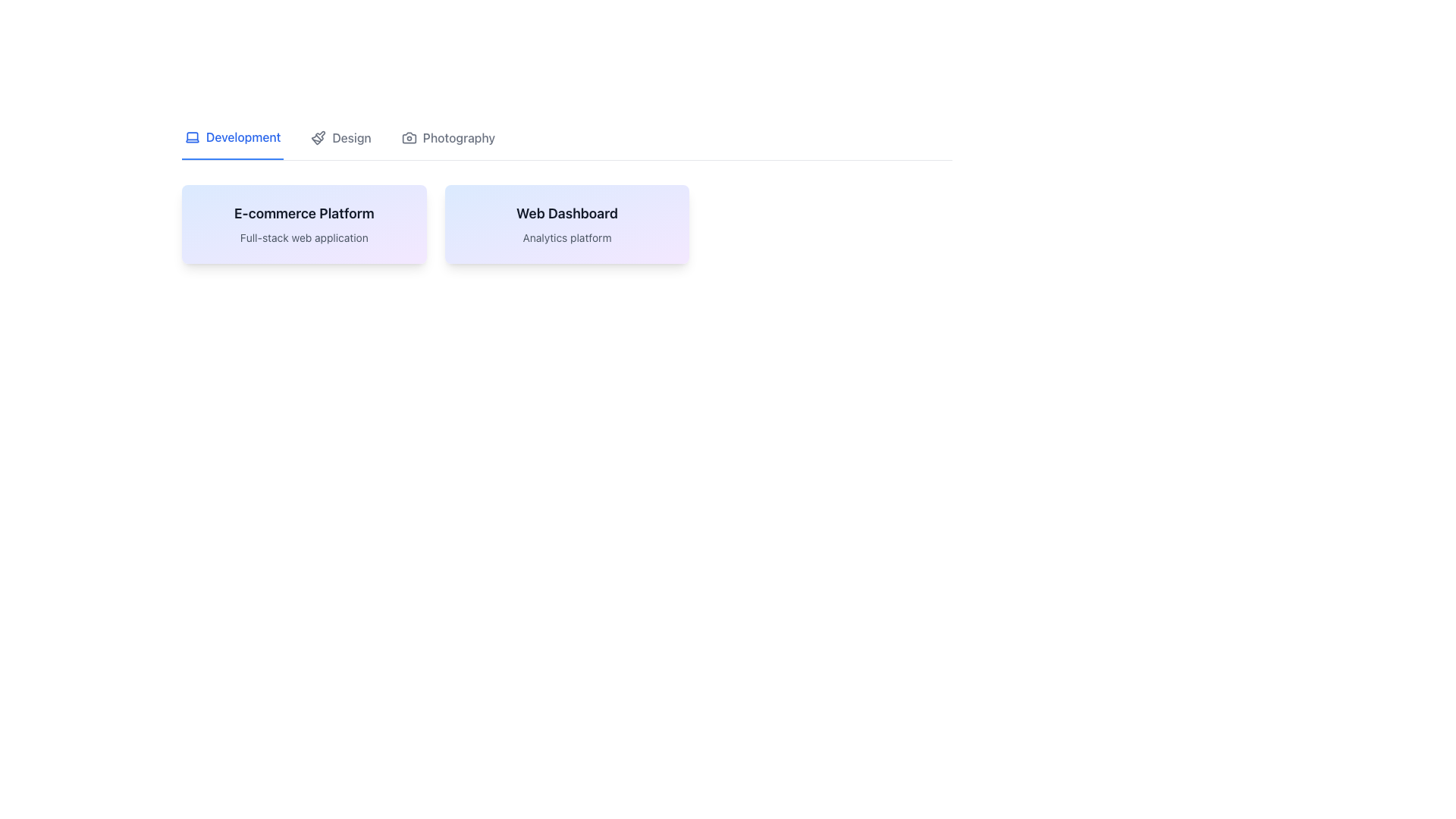  What do you see at coordinates (192, 137) in the screenshot?
I see `the decorative icon for the 'Development' section located to the left of the label 'Development' in the navigation bar` at bounding box center [192, 137].